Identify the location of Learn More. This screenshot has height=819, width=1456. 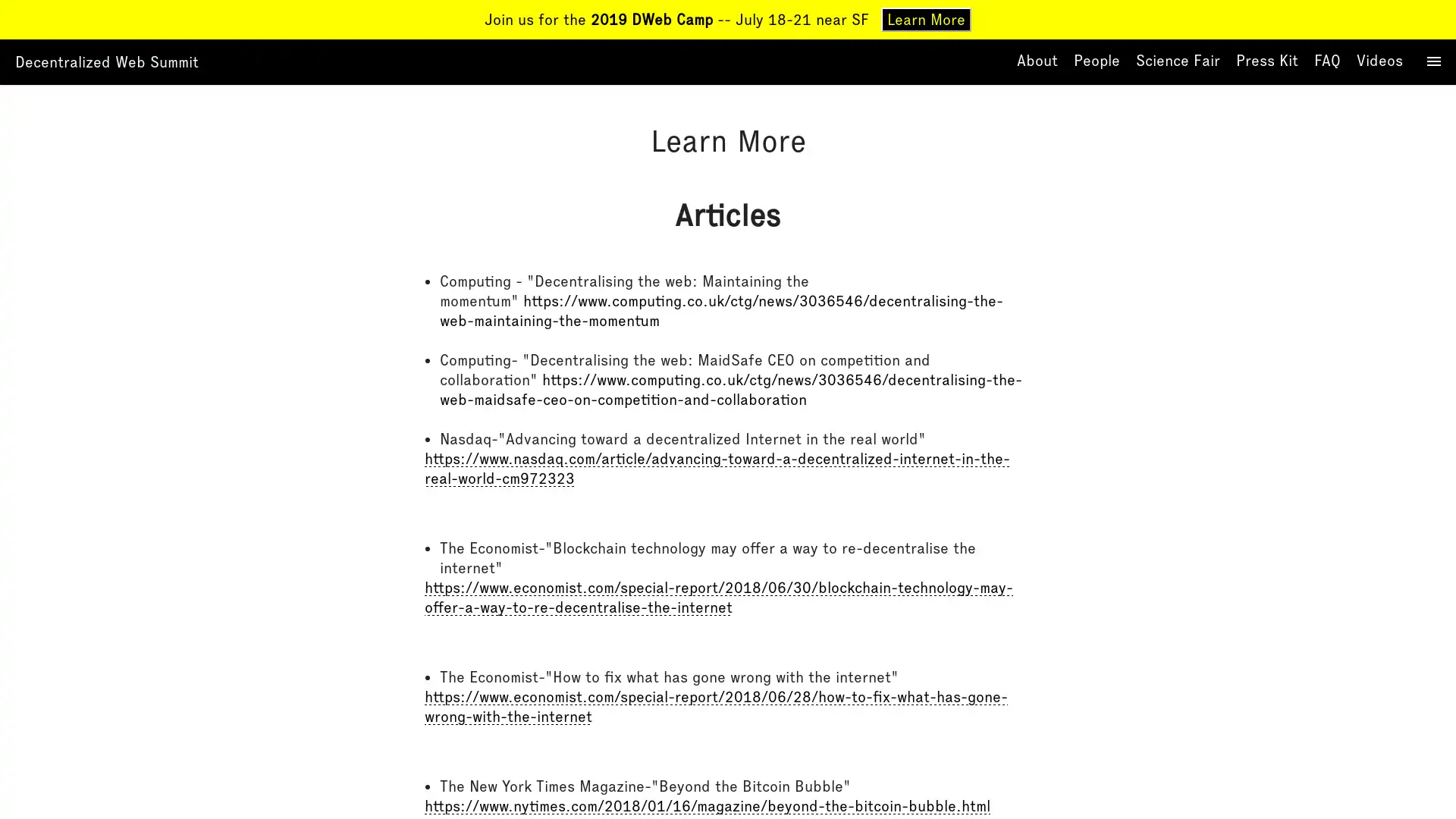
(925, 20).